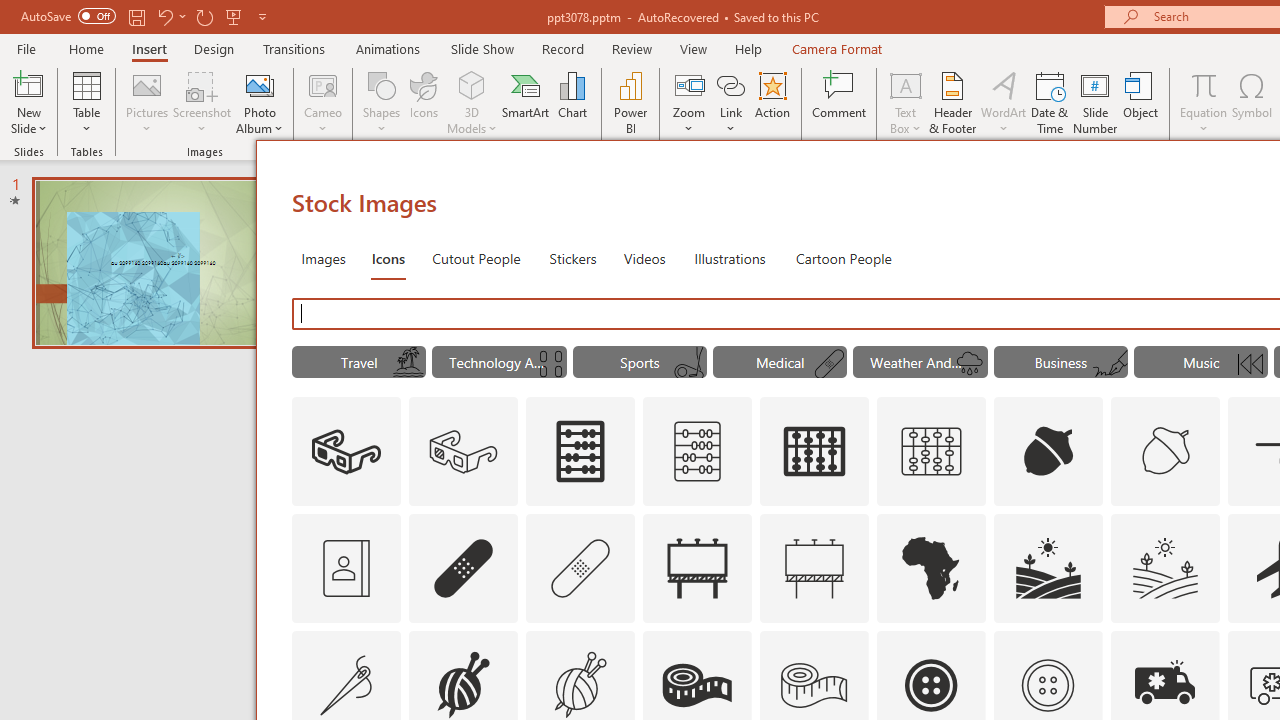  I want to click on '"Sports" Icons.', so click(640, 362).